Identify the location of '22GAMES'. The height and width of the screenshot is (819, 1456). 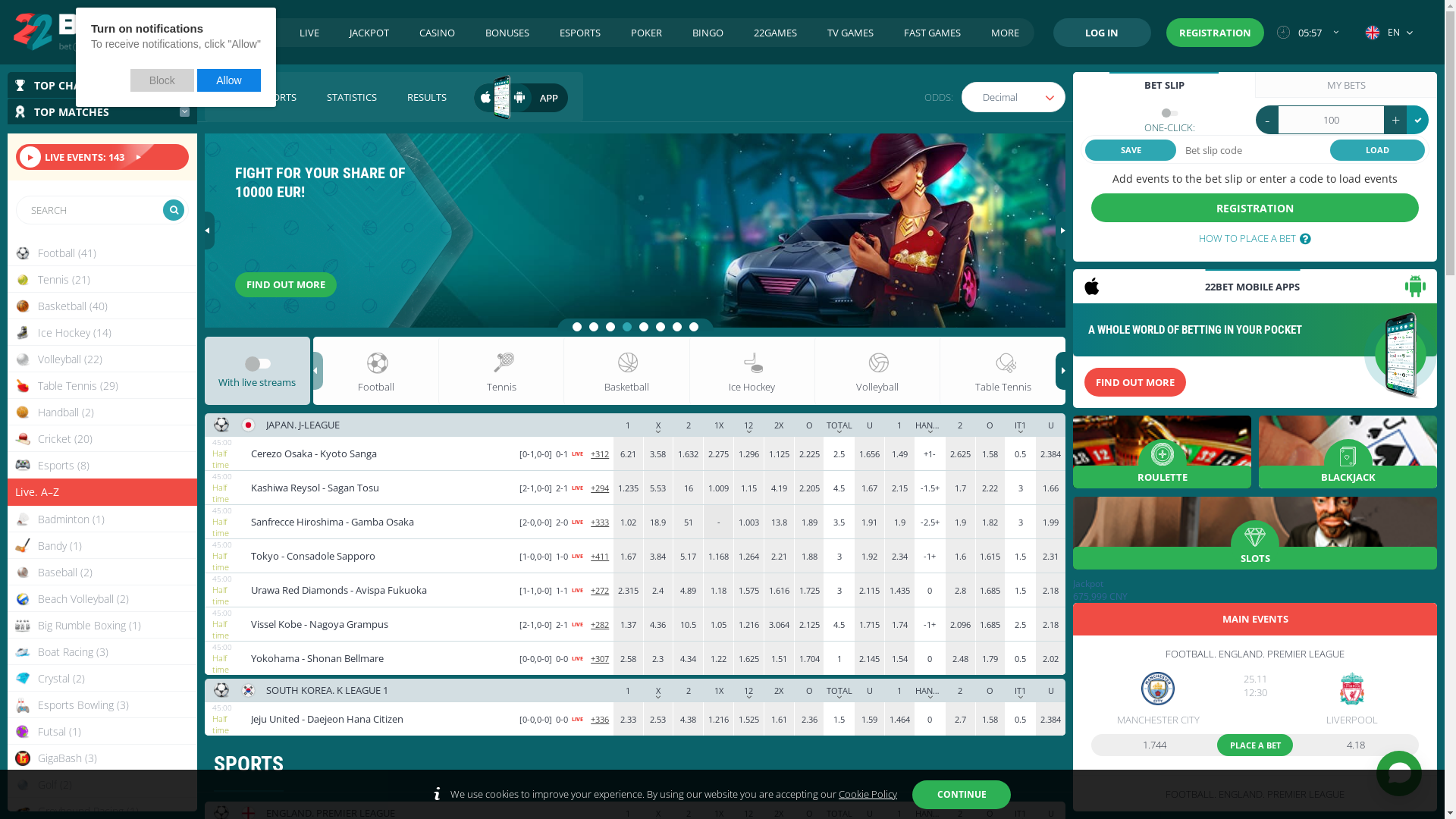
(775, 32).